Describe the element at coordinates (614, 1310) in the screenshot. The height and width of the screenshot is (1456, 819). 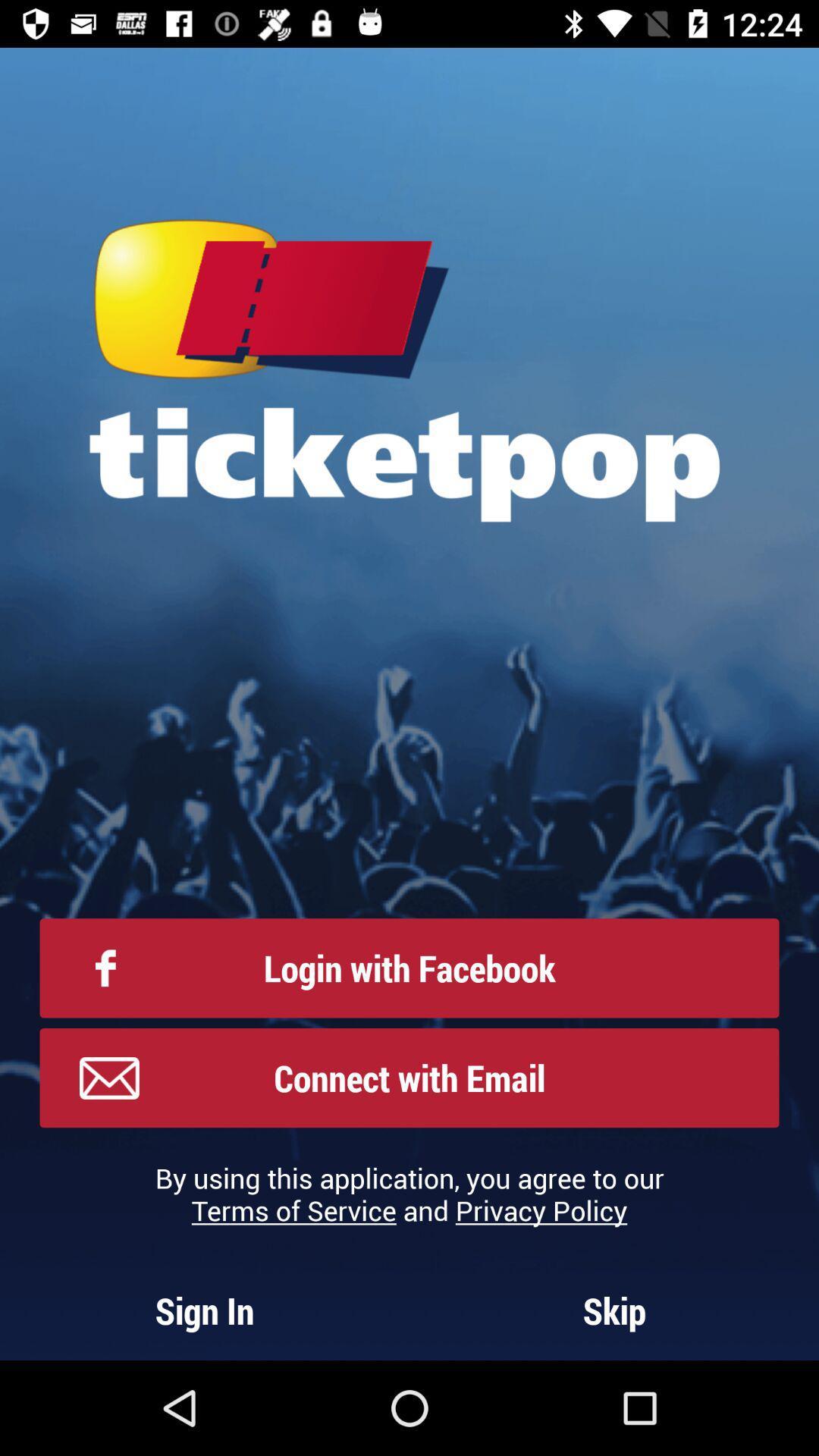
I see `icon below by using this item` at that location.